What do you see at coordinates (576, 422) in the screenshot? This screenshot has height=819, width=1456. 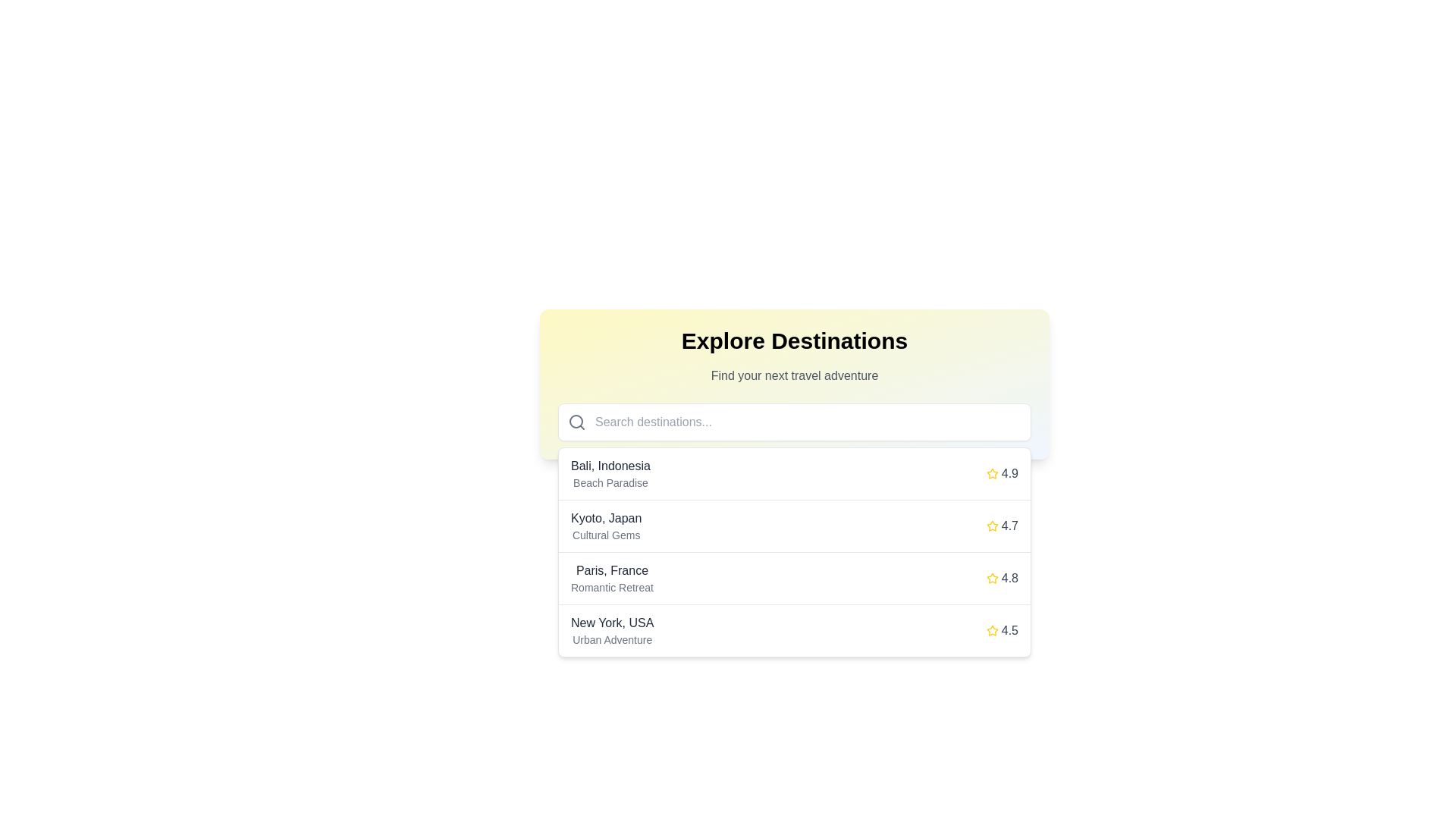 I see `the magnifying glass icon representing the search function, which is styled in a minimalistic line-art design and located at the far-left side inside the search bar below the title 'Explore Destinations'` at bounding box center [576, 422].